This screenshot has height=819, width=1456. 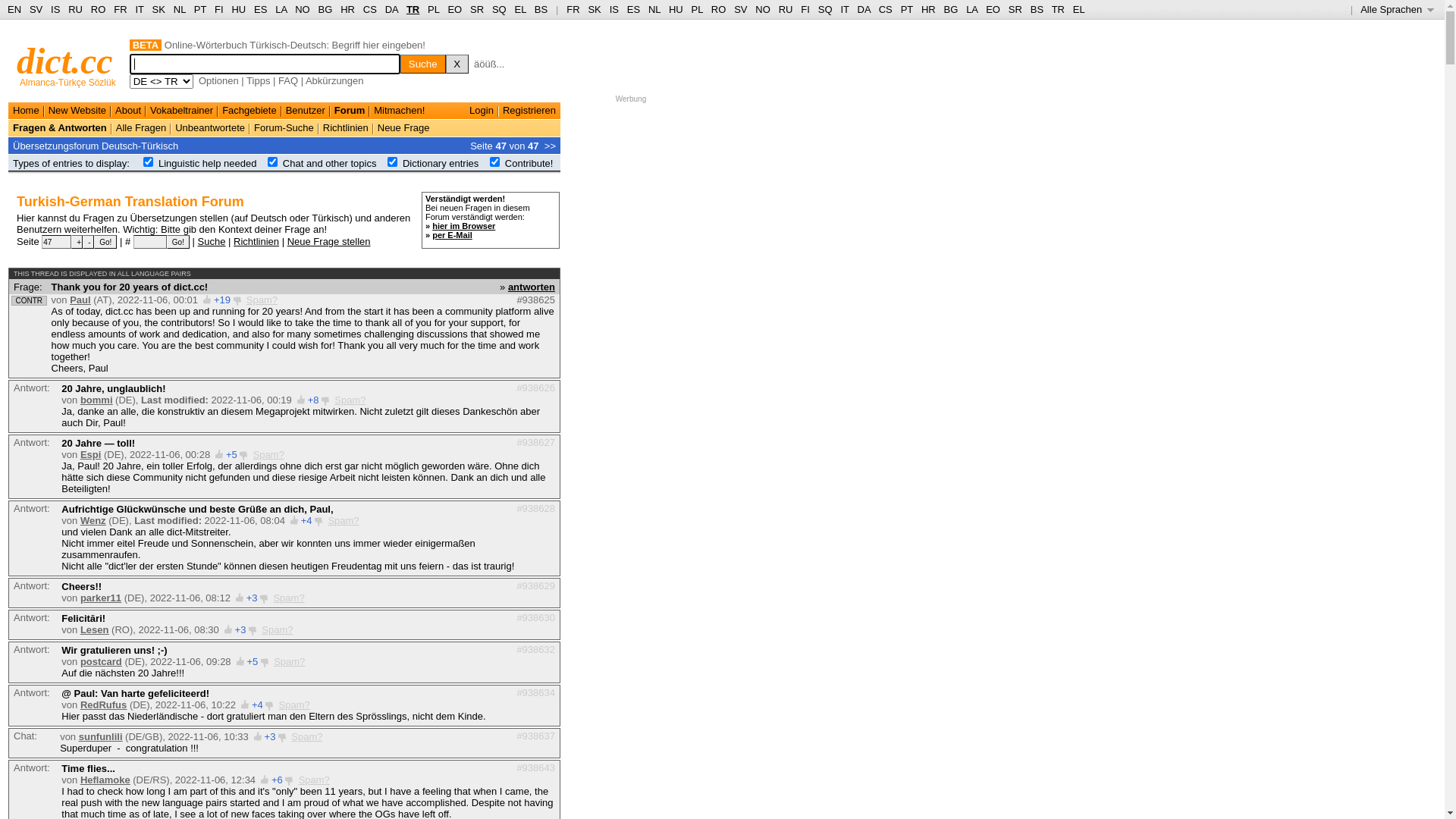 I want to click on 'CS', so click(x=878, y=9).